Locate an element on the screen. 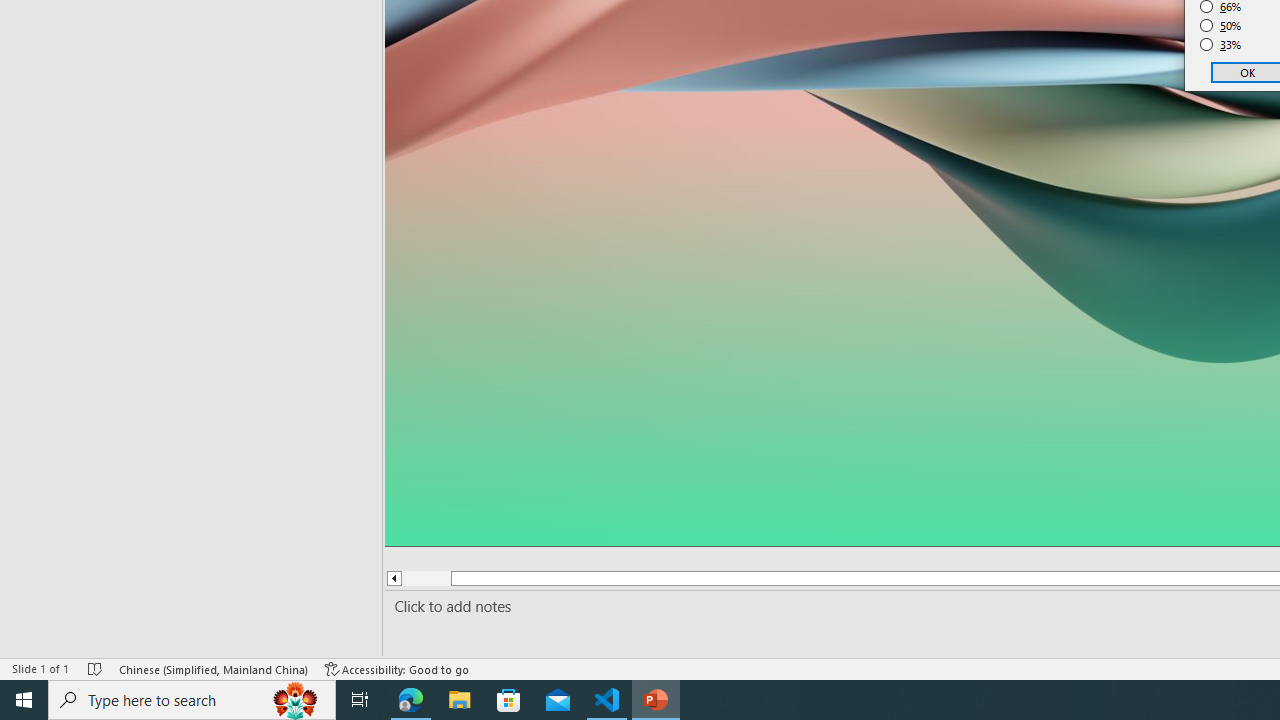 The height and width of the screenshot is (720, 1280). 'Visual Studio Code - 1 running window' is located at coordinates (606, 698).